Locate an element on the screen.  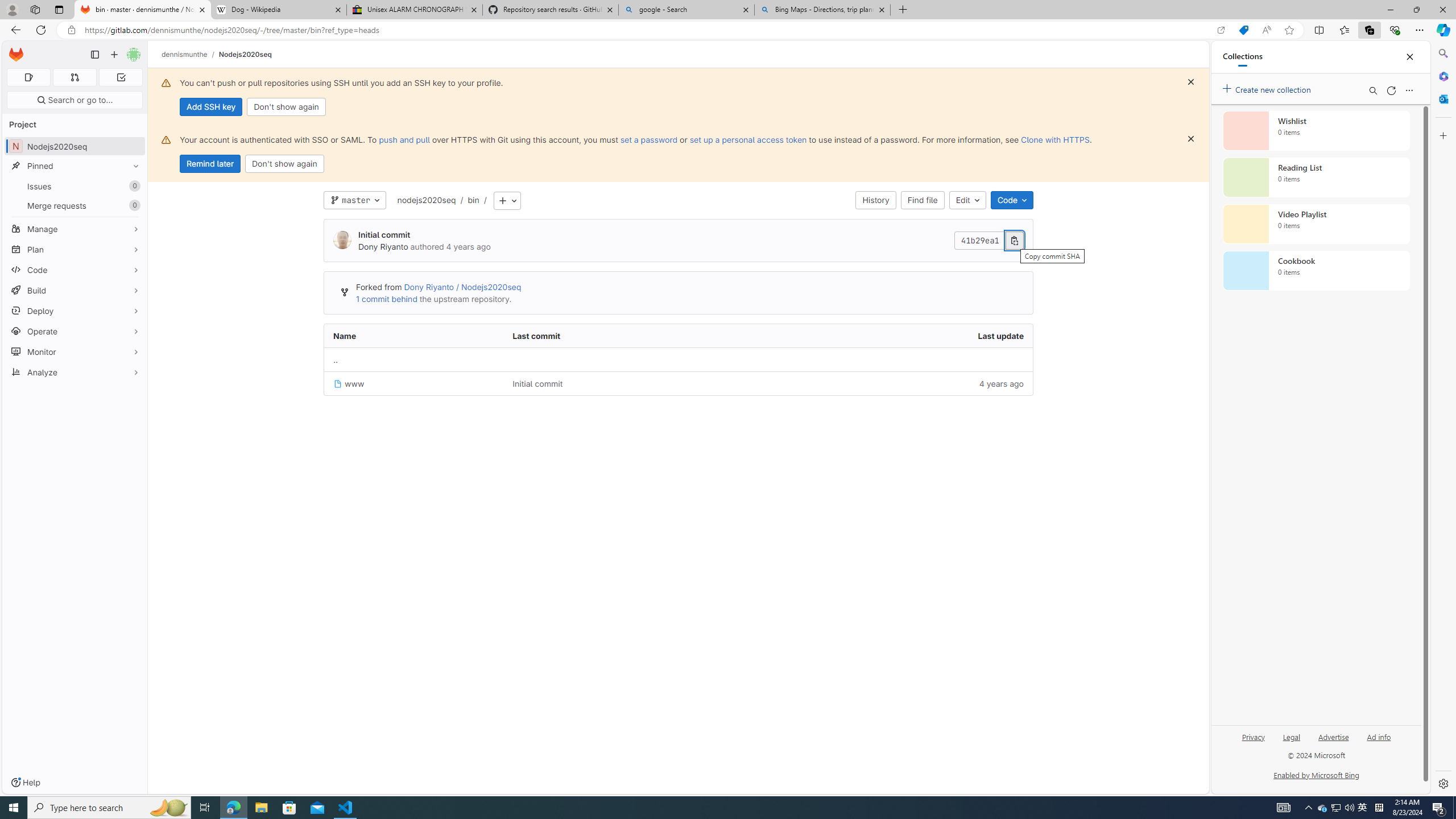
'To-Do list 0' is located at coordinates (120, 77).